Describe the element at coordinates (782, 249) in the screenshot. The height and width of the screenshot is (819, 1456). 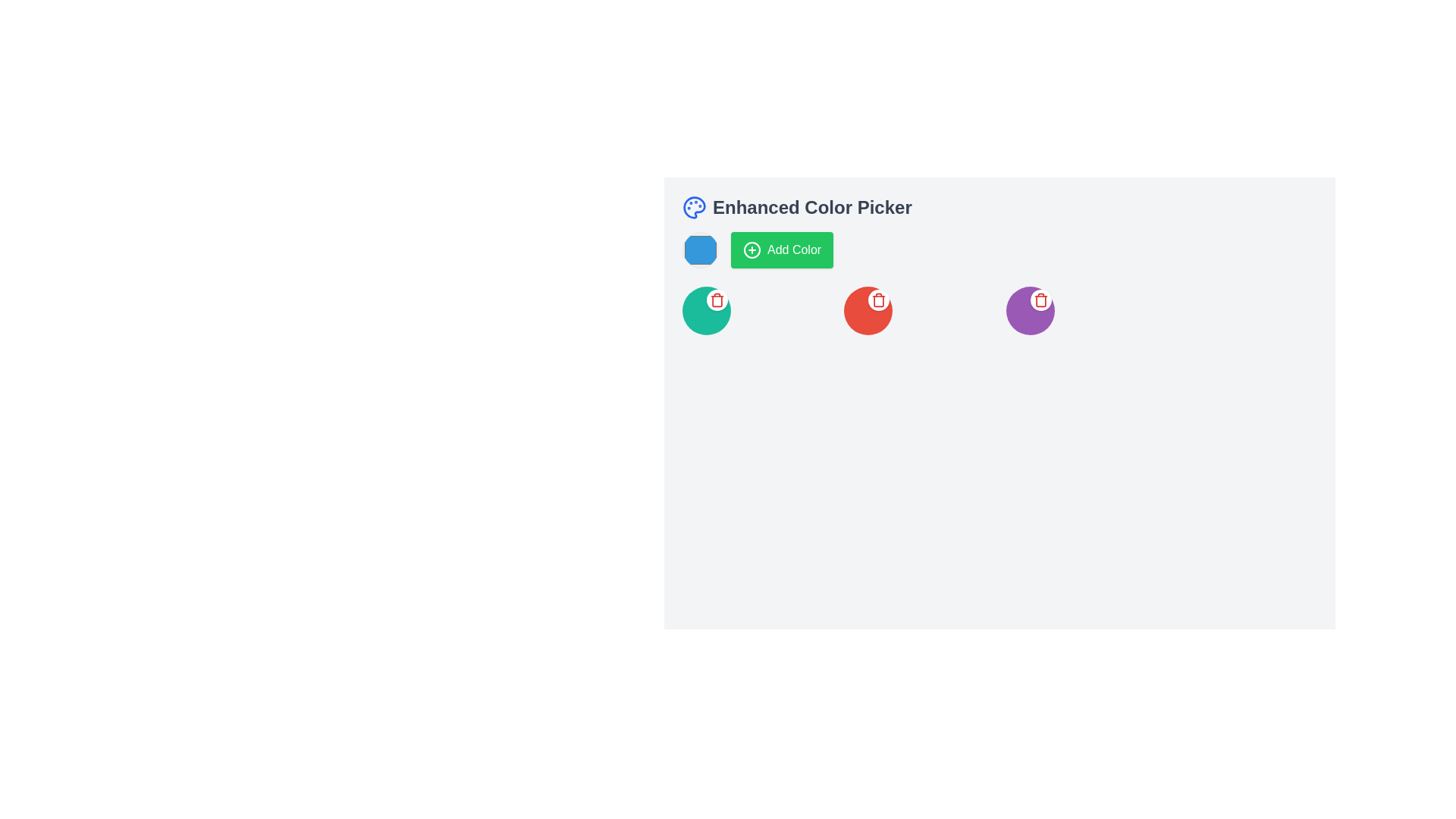
I see `the button located under the 'Enhanced Color Picker' section` at that location.